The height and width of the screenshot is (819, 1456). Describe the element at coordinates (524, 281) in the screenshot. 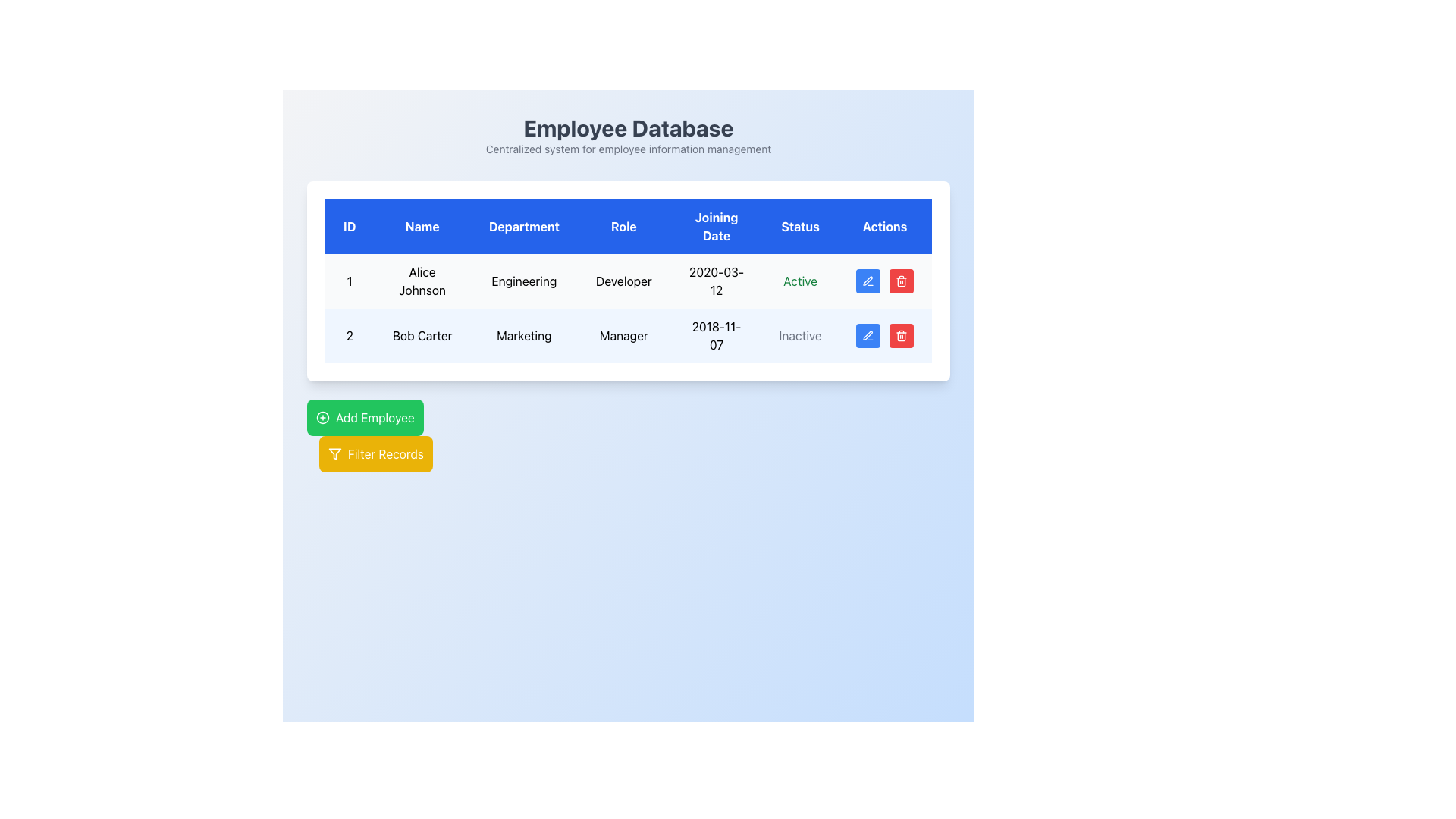

I see `the Static Text Label displaying 'Engineering' in black font, located in the third column of the table under the 'Department' heading` at that location.